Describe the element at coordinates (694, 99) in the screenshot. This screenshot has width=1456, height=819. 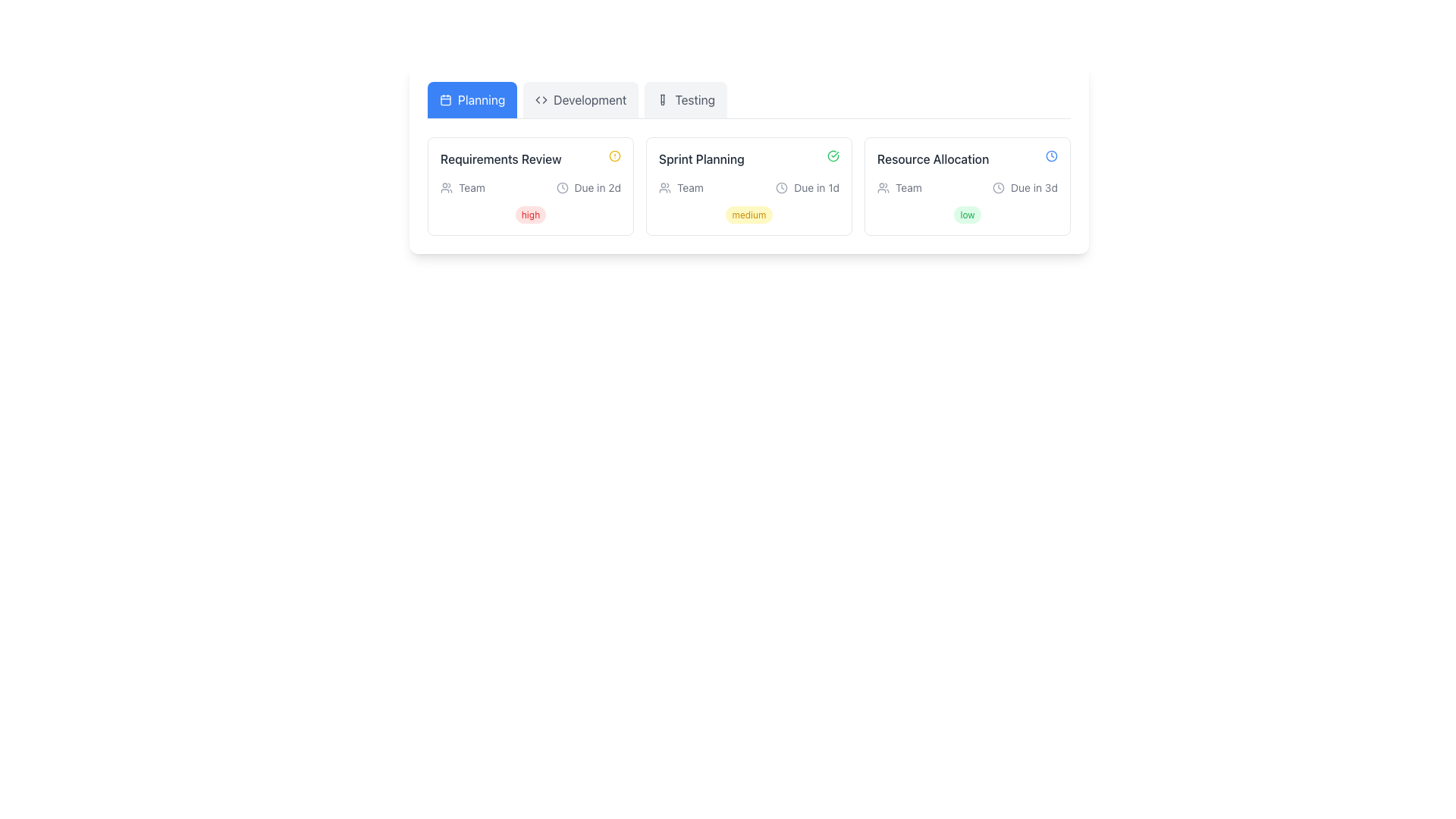
I see `the text label that reads 'Testing' to trigger the tooltip or highlight effect` at that location.